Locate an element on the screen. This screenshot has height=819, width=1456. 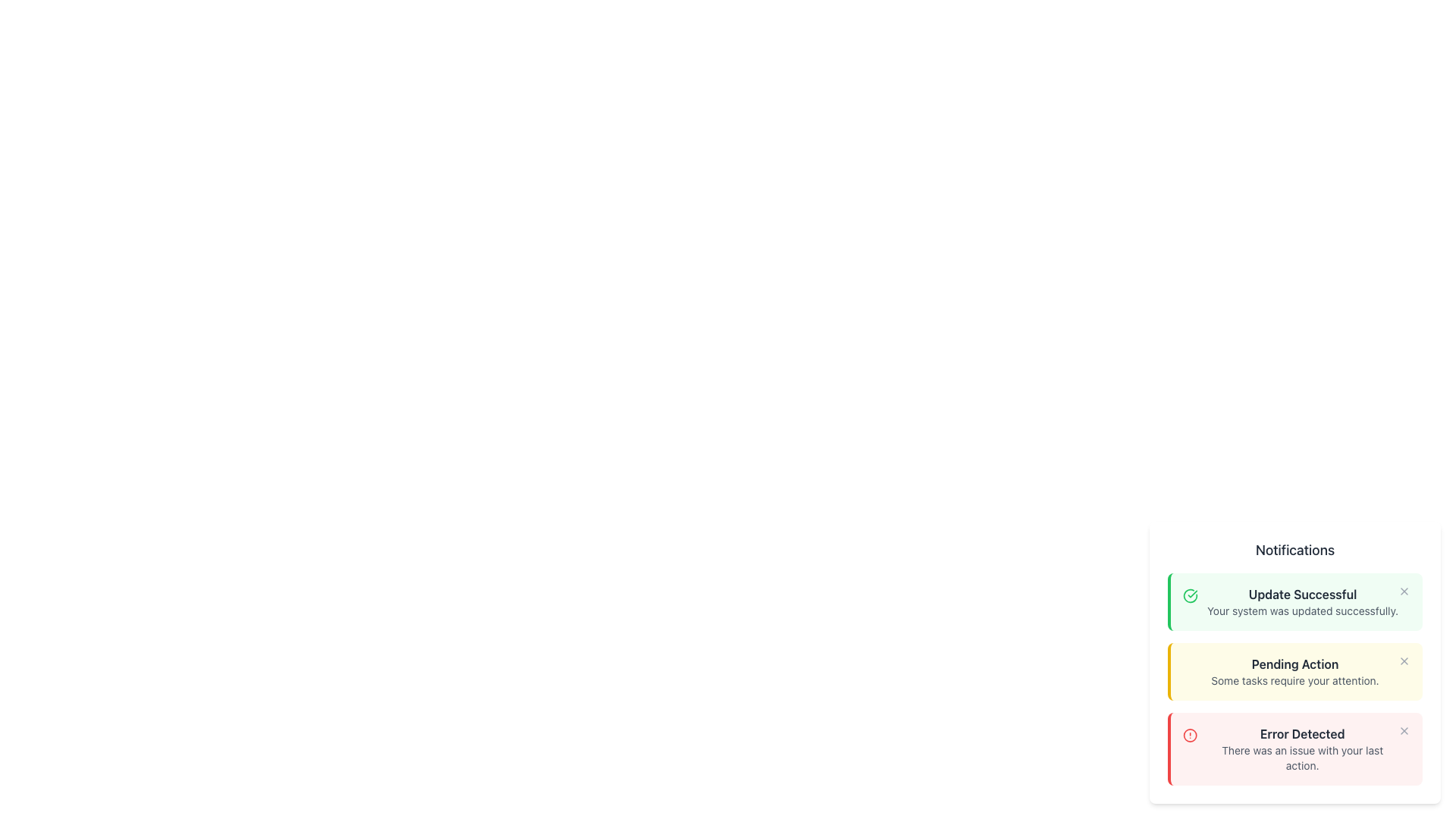
information provided in the Text Label located below the 'Pending Action' header in the notification card is located at coordinates (1294, 680).